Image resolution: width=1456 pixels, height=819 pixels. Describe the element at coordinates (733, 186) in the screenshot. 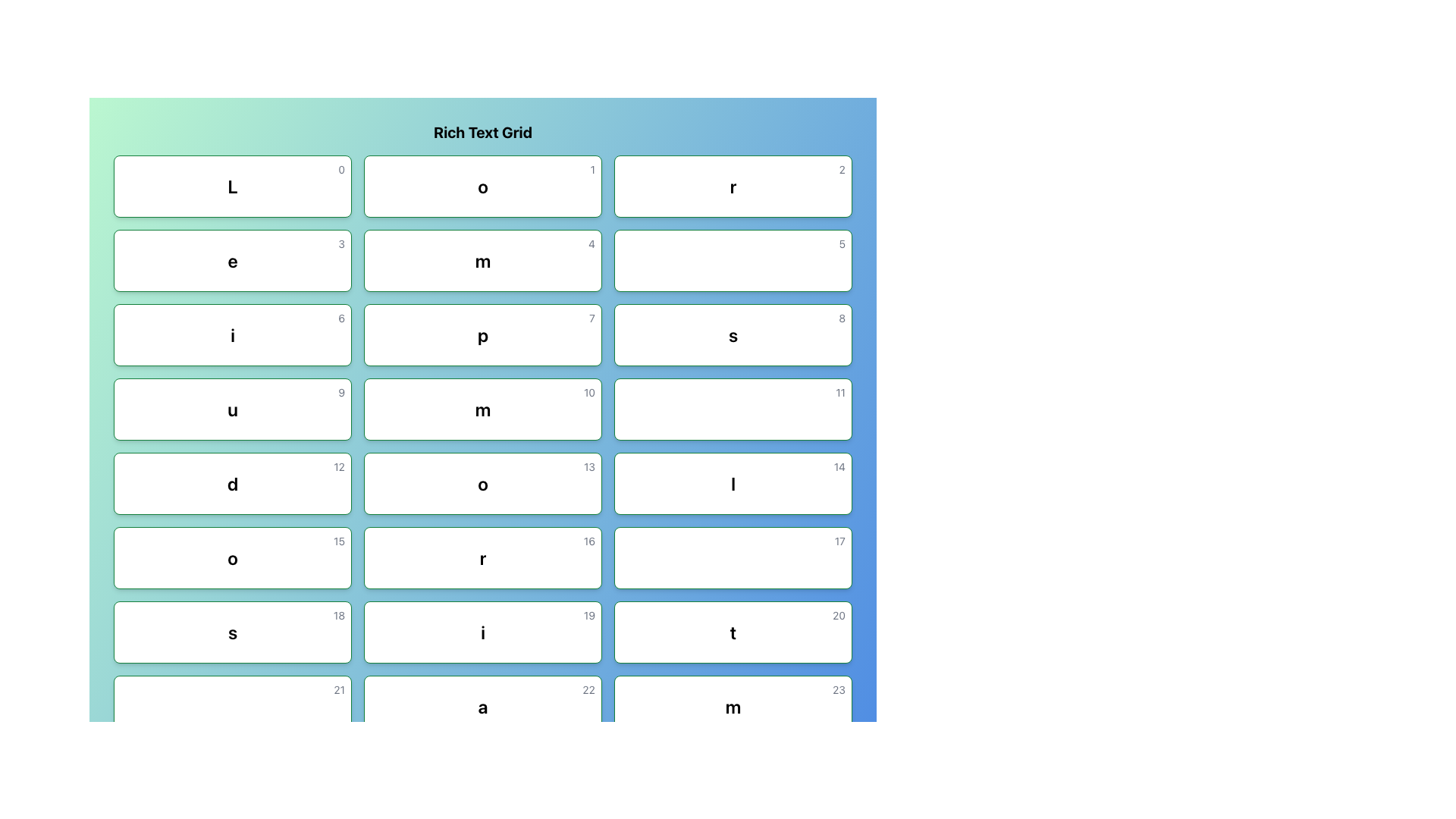

I see `the grid cell element displaying the label 'r' and index '2', which is located in the first row and third column of the grid layout` at that location.